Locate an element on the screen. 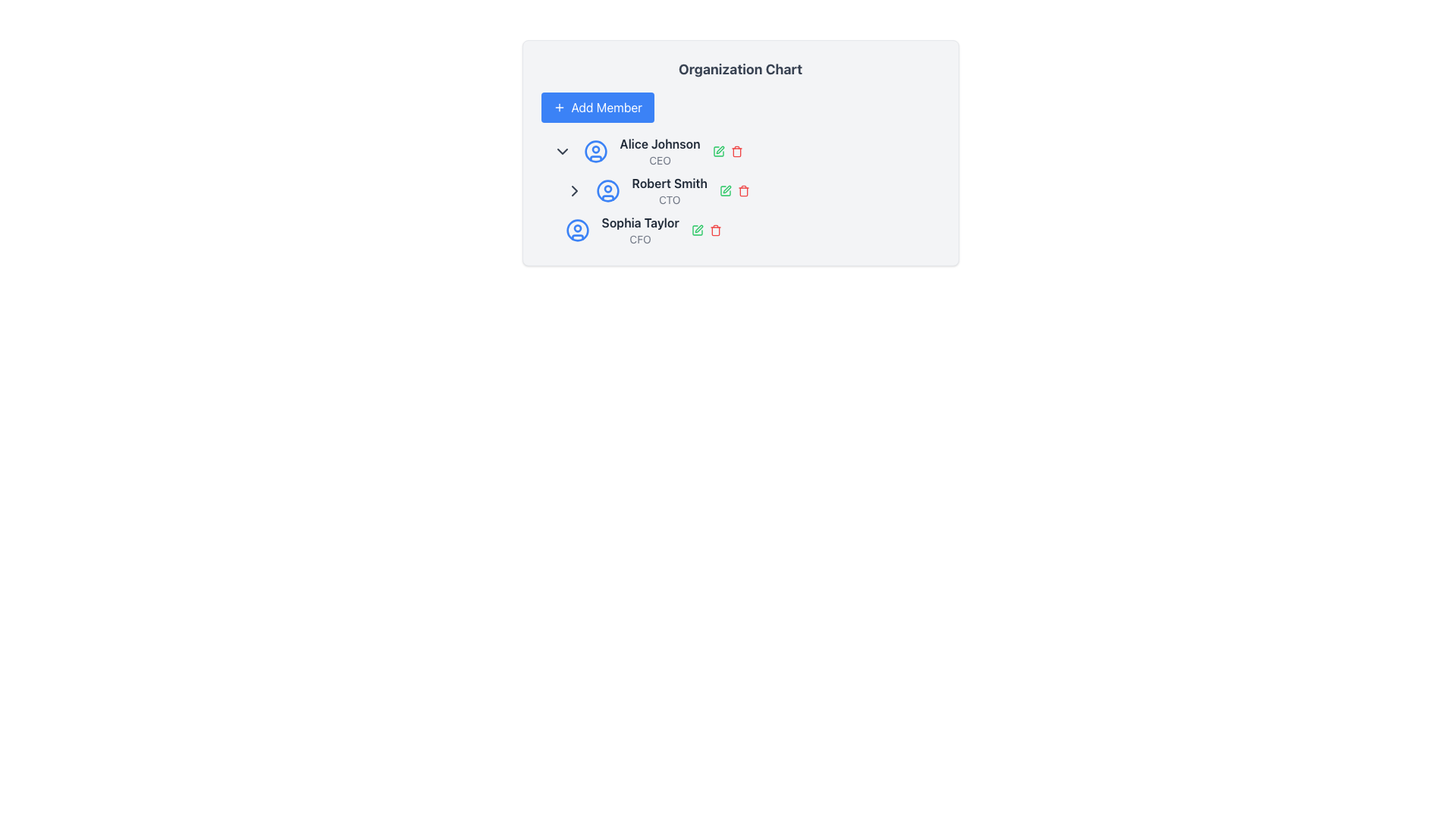 The height and width of the screenshot is (819, 1456). the green edit icon located next to 'Robert Smith' in the organizational chart is located at coordinates (717, 152).